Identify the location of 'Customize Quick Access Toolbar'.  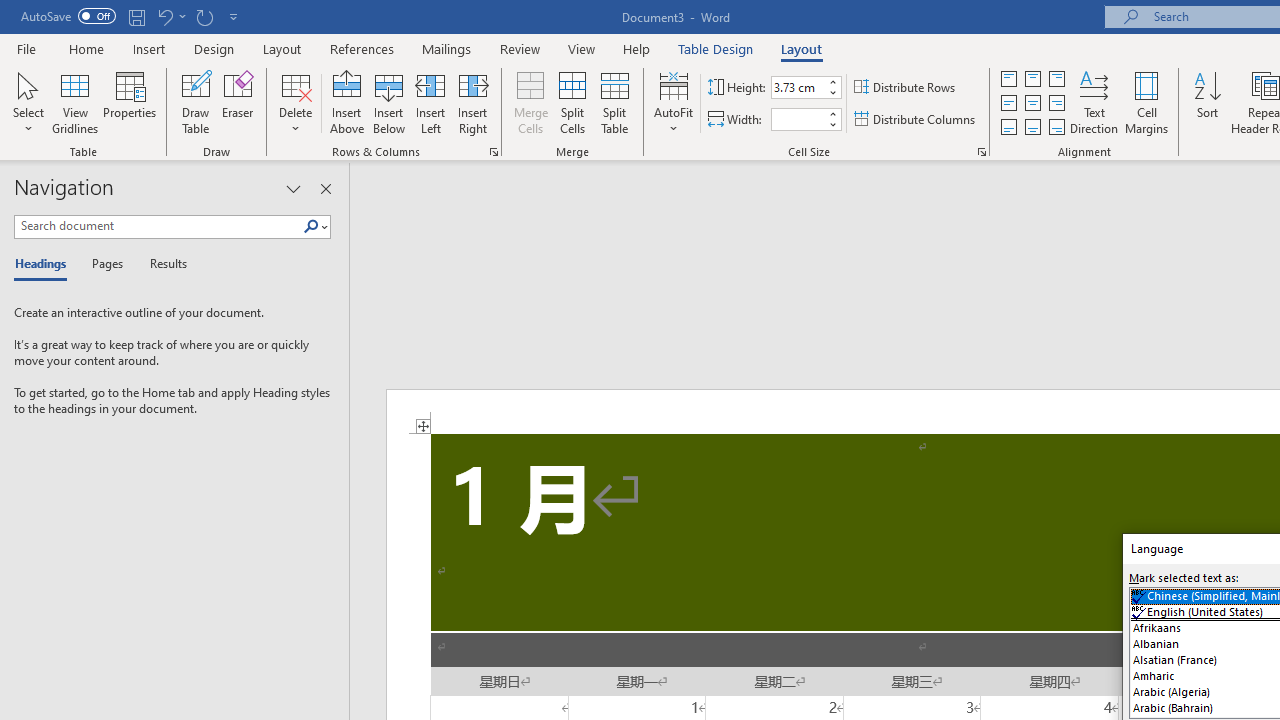
(234, 16).